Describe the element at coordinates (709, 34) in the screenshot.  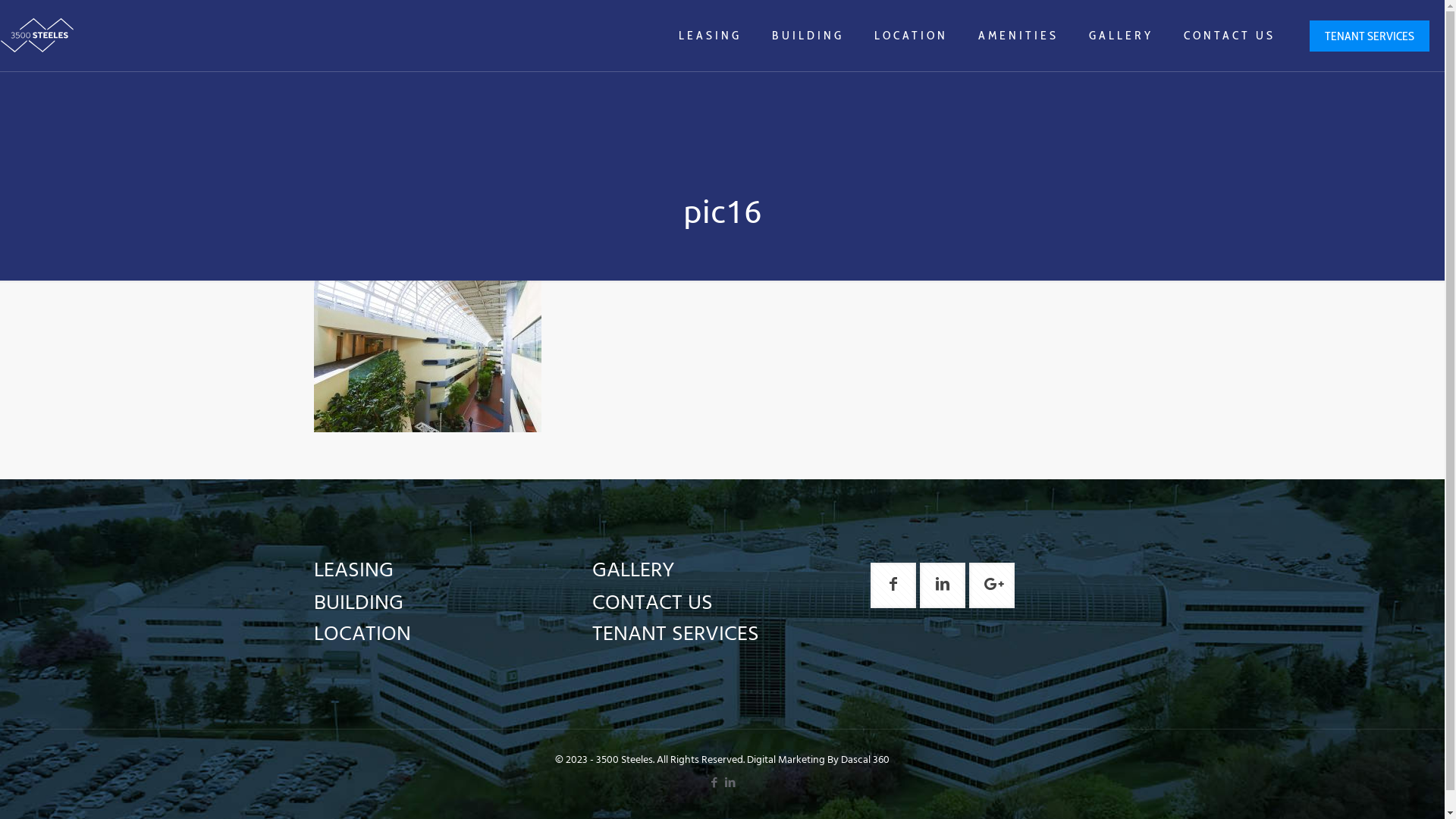
I see `'LEASING'` at that location.